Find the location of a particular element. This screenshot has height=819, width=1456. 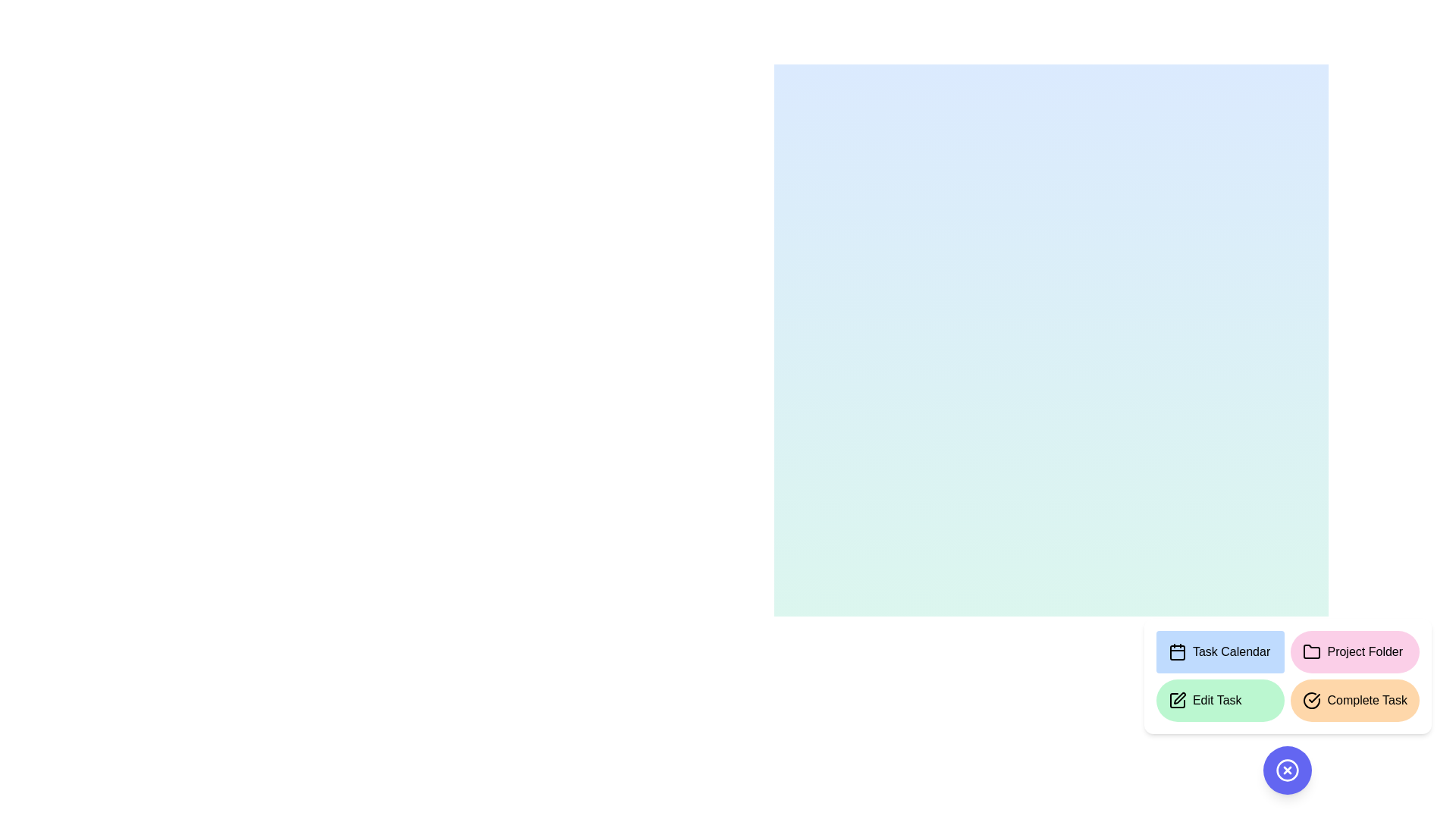

the folder icon with a black outline on a pink background, located within the 'Project Folder' button on the right side of the second button in a row of four buttons is located at coordinates (1311, 651).